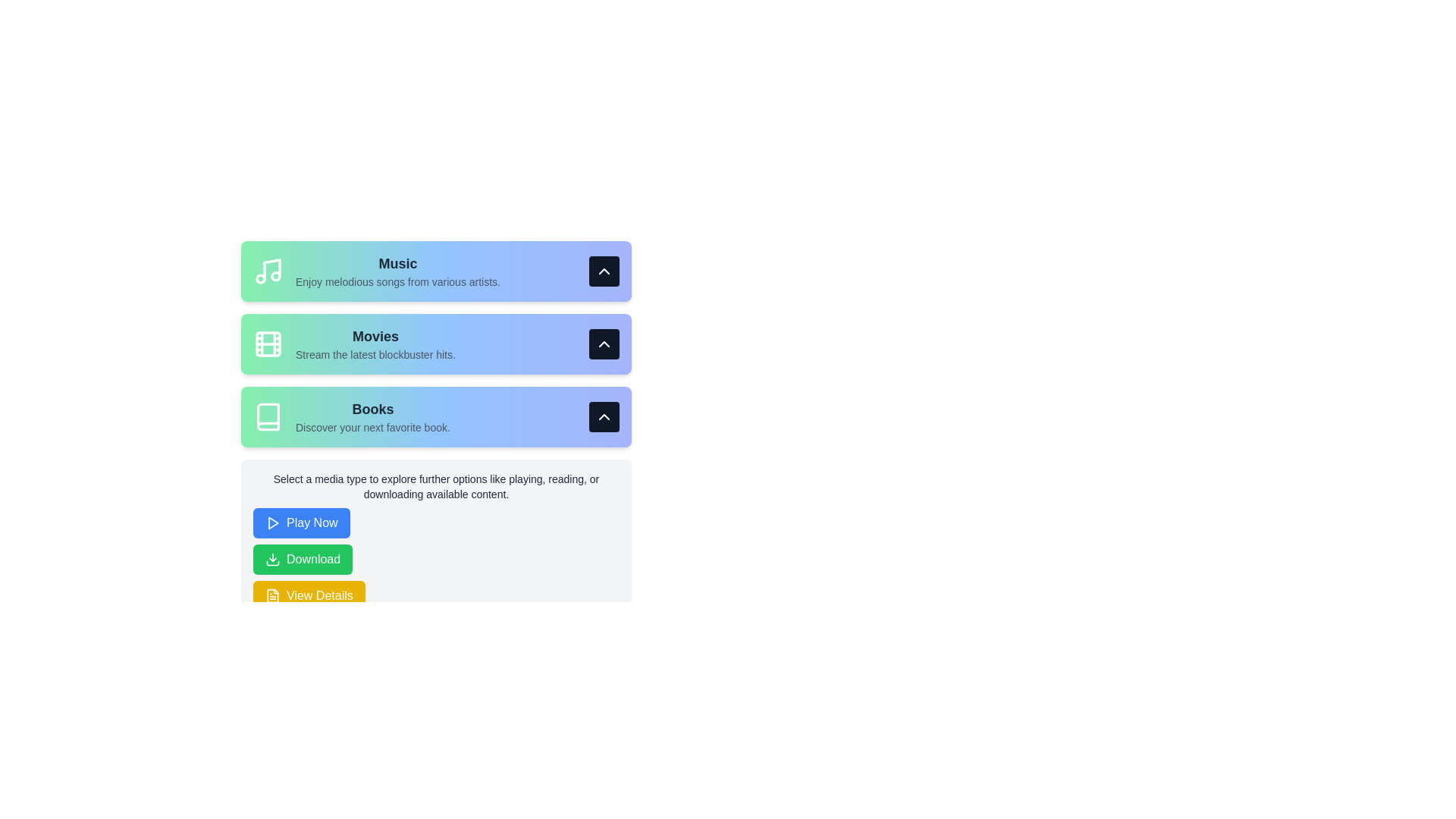 This screenshot has width=1456, height=819. What do you see at coordinates (303, 559) in the screenshot?
I see `the green 'Download' button, which has a white download icon and the text 'Download'` at bounding box center [303, 559].